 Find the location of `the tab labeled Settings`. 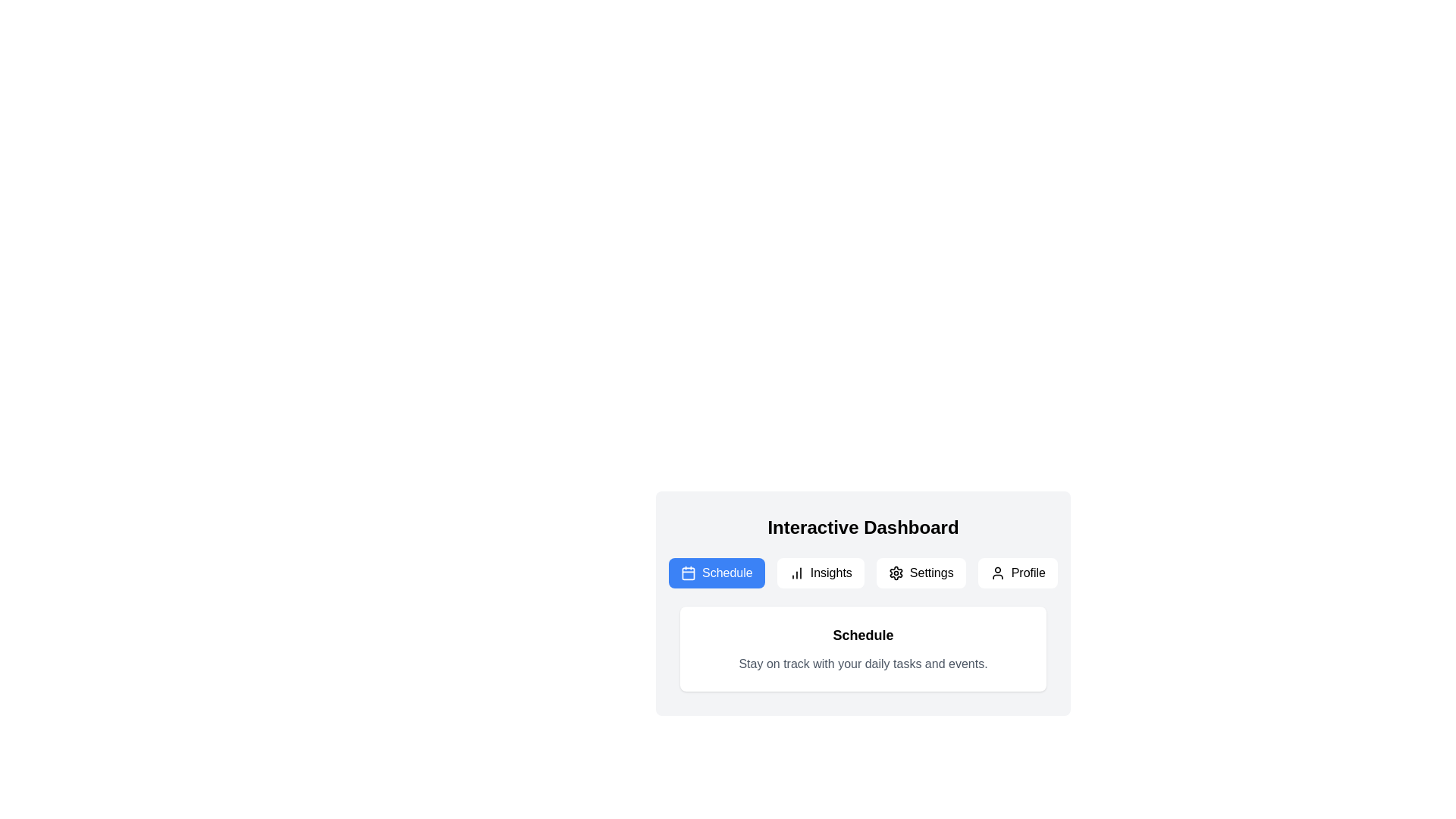

the tab labeled Settings is located at coordinates (920, 573).